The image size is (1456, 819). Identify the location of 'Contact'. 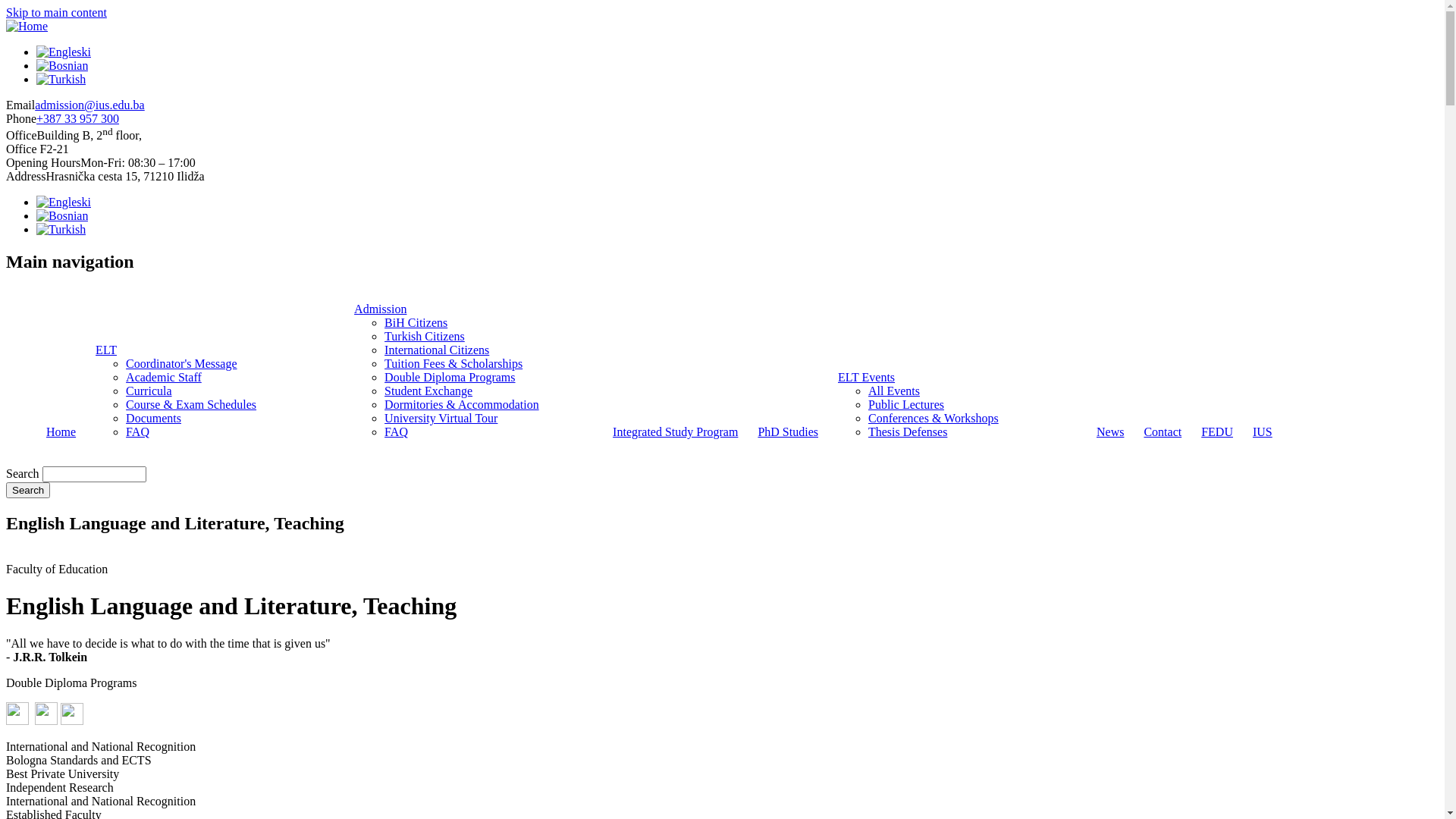
(1161, 431).